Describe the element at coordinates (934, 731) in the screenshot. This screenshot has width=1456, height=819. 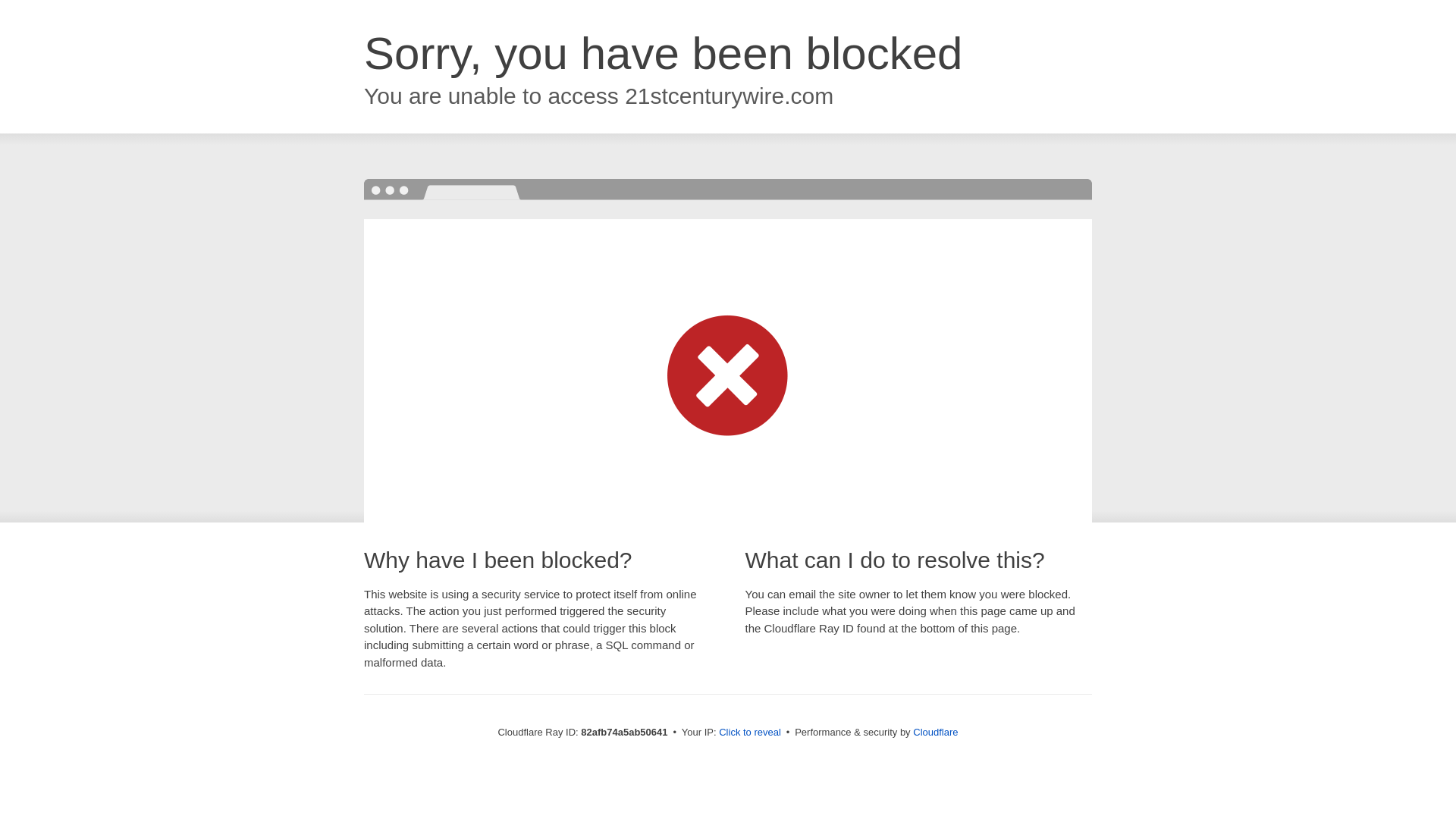
I see `'Cloudflare'` at that location.